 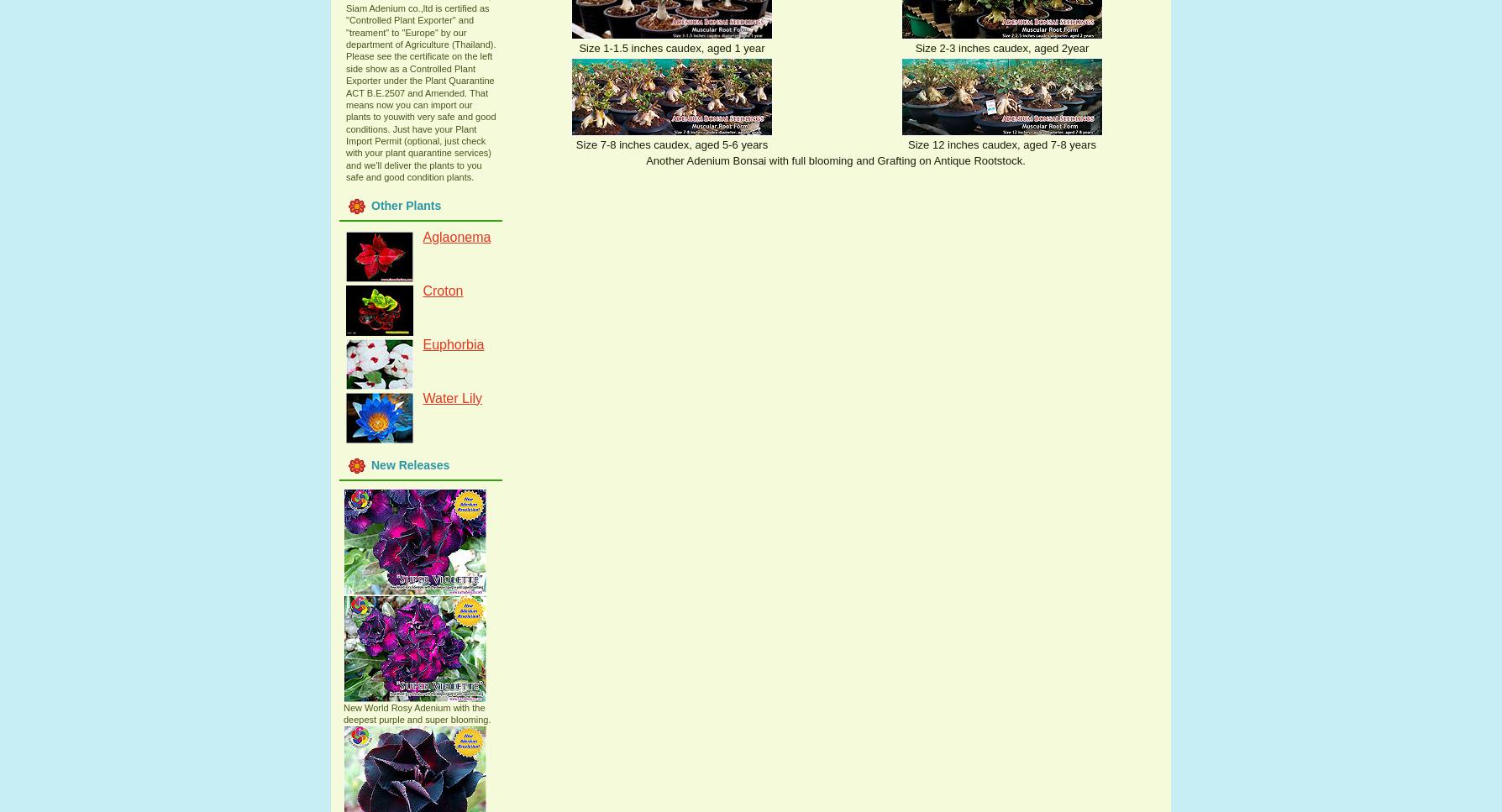 What do you see at coordinates (670, 46) in the screenshot?
I see `'Size 1-1.5 inches caudex, aged 1 year'` at bounding box center [670, 46].